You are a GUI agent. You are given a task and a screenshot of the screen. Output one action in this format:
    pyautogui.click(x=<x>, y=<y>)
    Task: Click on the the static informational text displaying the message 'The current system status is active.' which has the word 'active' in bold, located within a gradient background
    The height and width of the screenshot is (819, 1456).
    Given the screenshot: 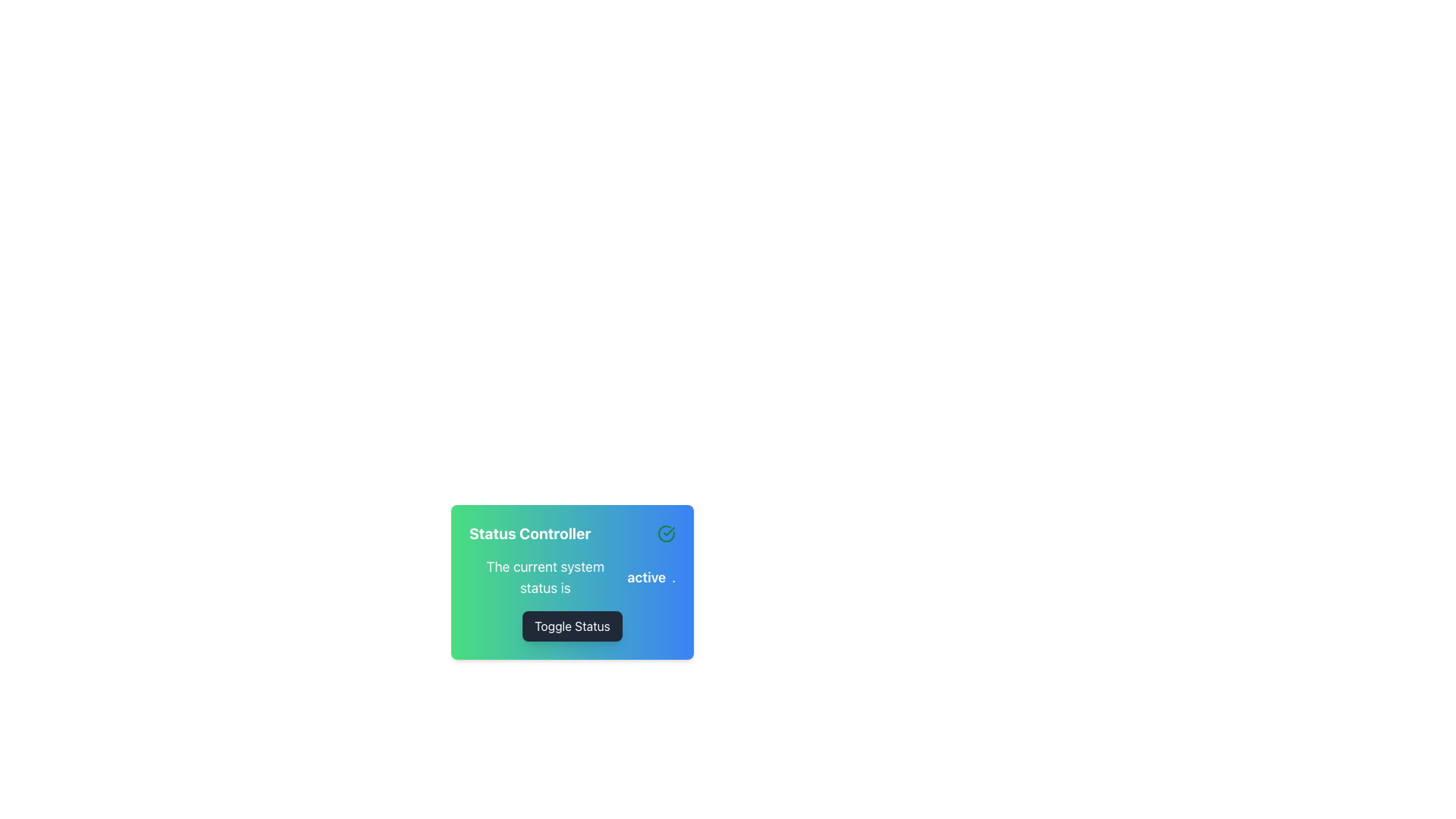 What is the action you would take?
    pyautogui.click(x=571, y=578)
    